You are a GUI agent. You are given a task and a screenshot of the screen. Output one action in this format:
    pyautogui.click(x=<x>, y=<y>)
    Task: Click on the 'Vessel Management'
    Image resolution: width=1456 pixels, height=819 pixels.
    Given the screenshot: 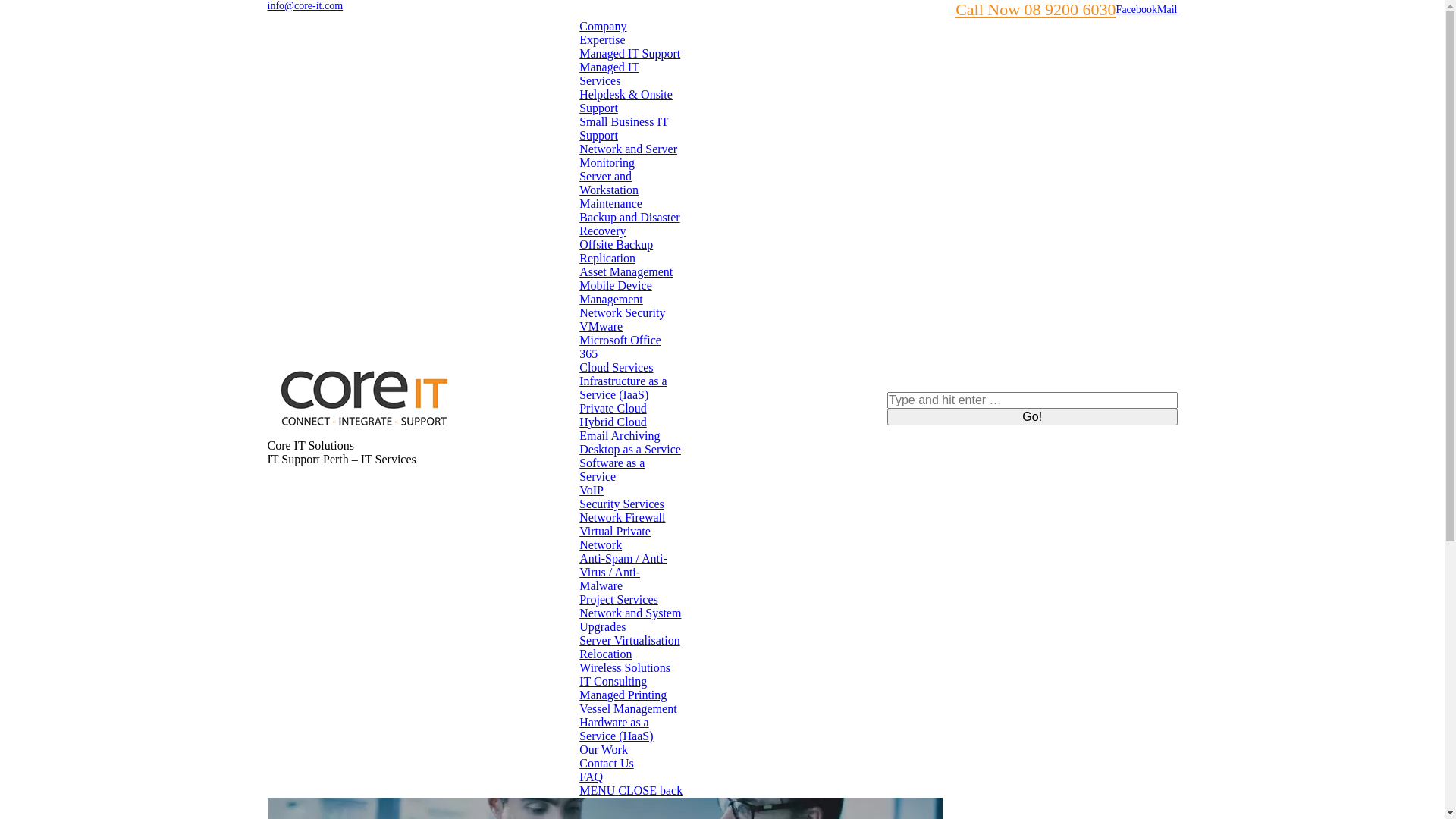 What is the action you would take?
    pyautogui.click(x=628, y=708)
    